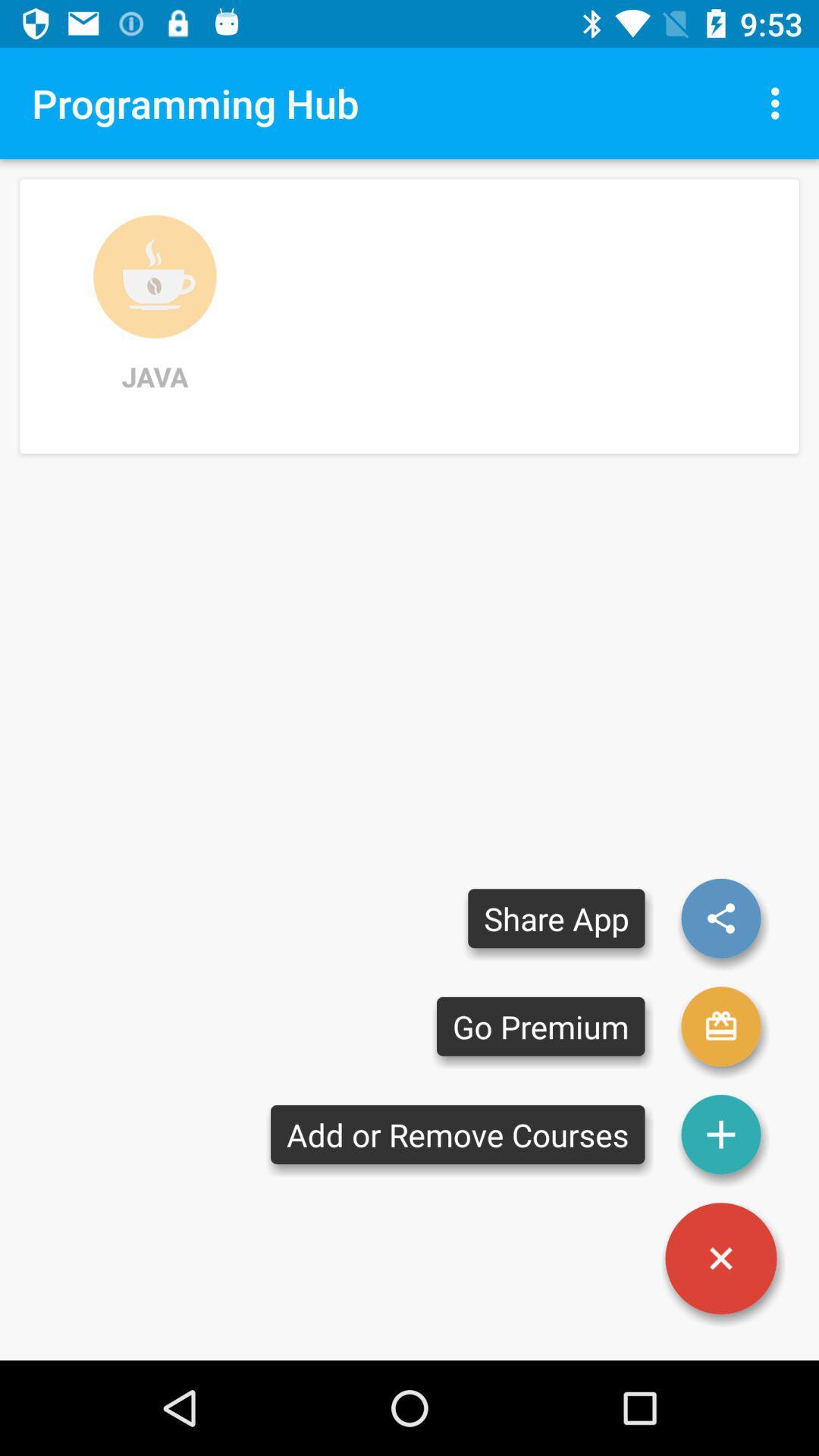 The image size is (819, 1456). What do you see at coordinates (720, 918) in the screenshot?
I see `the share icon` at bounding box center [720, 918].